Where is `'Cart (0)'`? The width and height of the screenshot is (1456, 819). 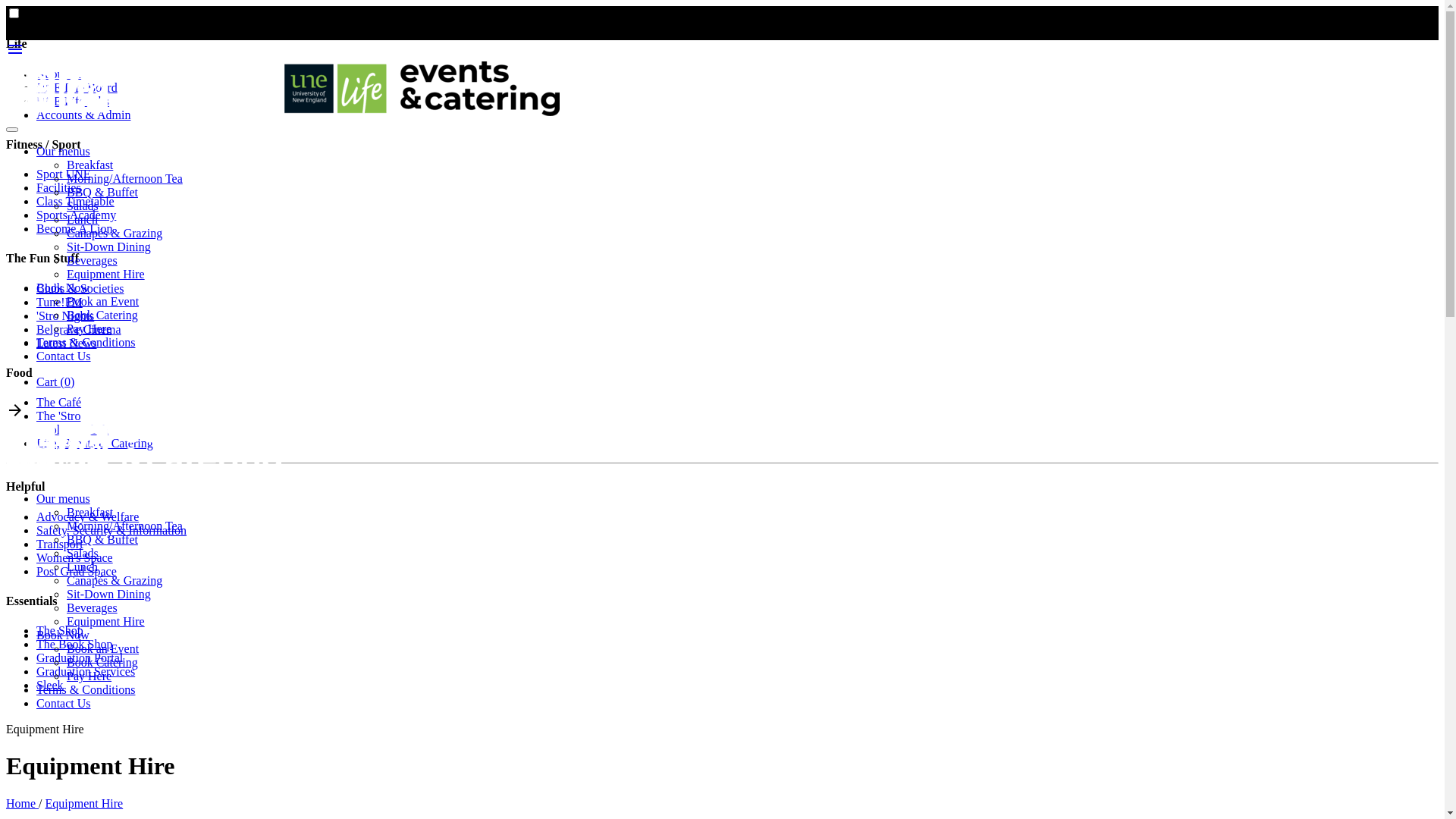 'Cart (0)' is located at coordinates (55, 381).